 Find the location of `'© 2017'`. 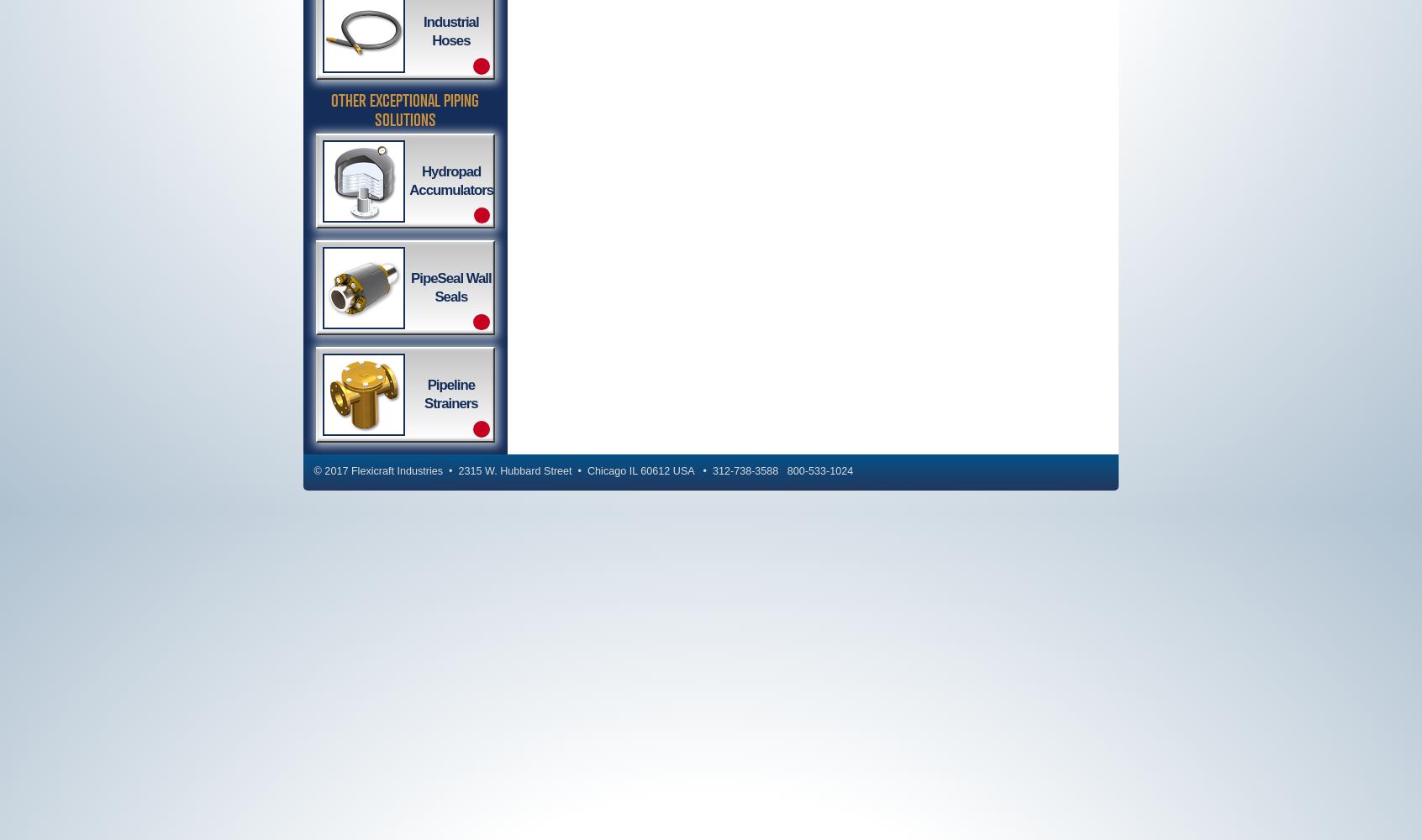

'© 2017' is located at coordinates (332, 471).